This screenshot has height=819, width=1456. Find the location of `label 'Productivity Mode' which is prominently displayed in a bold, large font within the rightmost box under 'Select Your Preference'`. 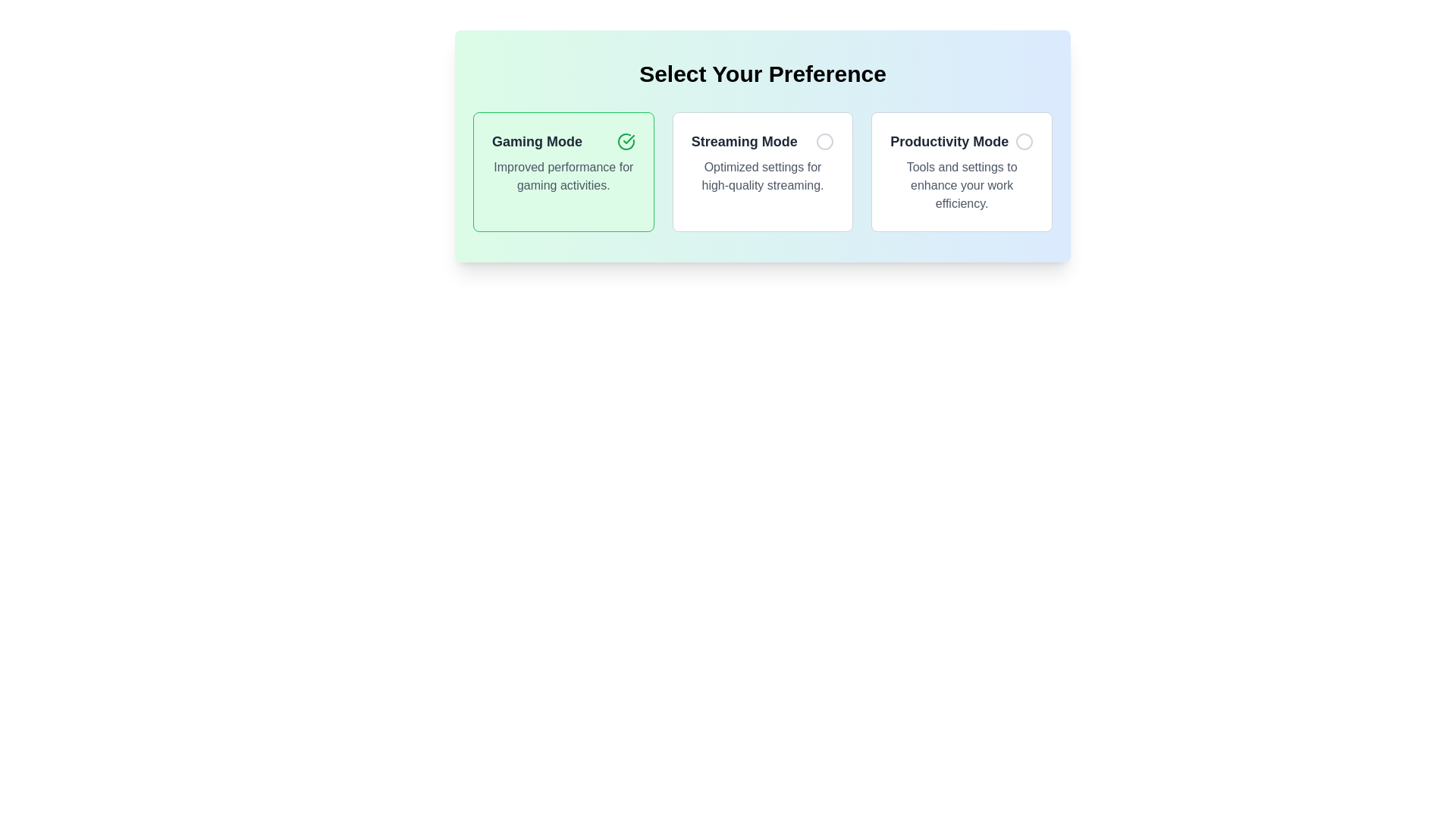

label 'Productivity Mode' which is prominently displayed in a bold, large font within the rightmost box under 'Select Your Preference' is located at coordinates (949, 141).